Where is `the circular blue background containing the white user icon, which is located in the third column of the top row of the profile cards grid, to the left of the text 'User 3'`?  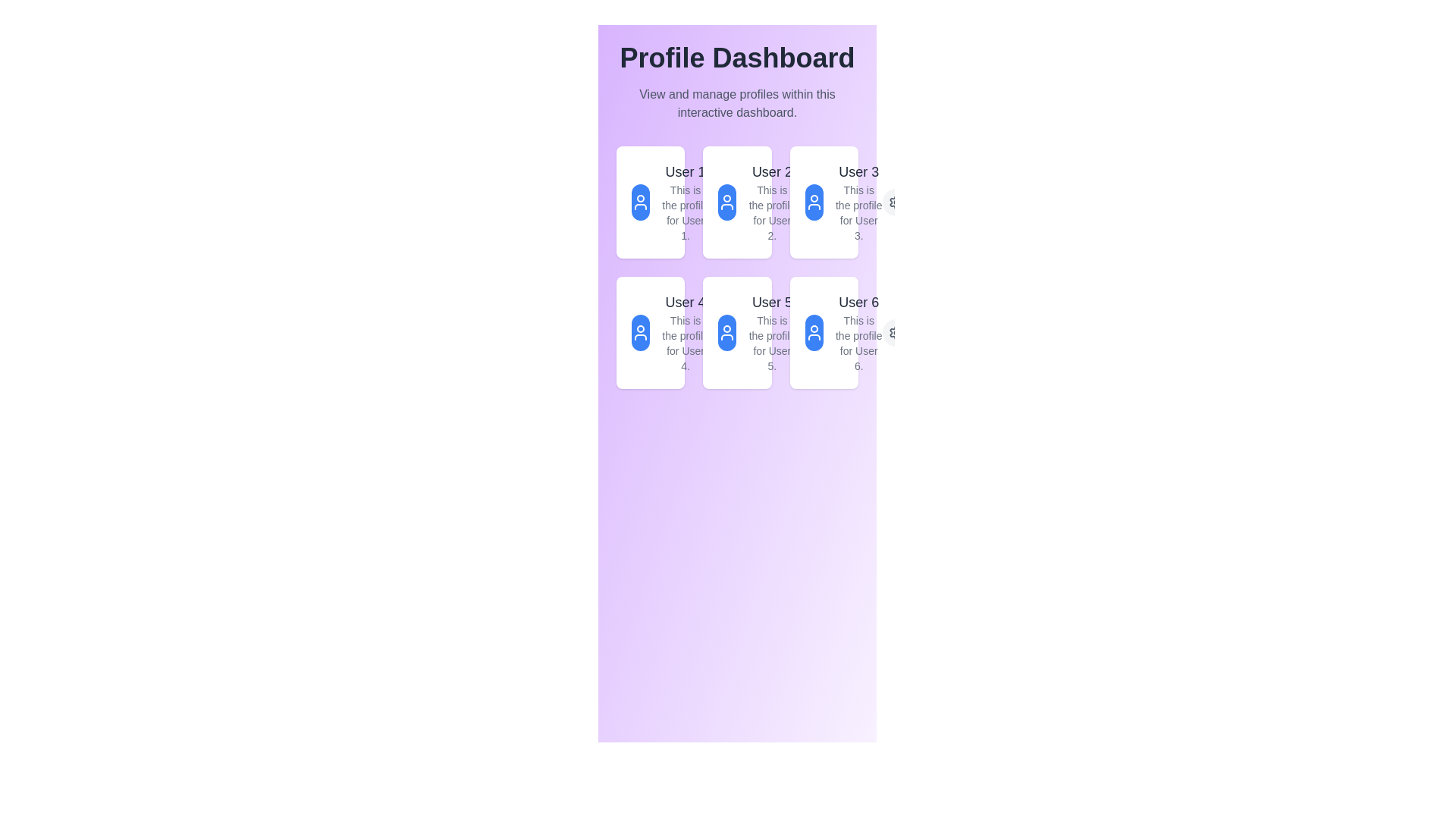 the circular blue background containing the white user icon, which is located in the third column of the top row of the profile cards grid, to the left of the text 'User 3' is located at coordinates (813, 201).